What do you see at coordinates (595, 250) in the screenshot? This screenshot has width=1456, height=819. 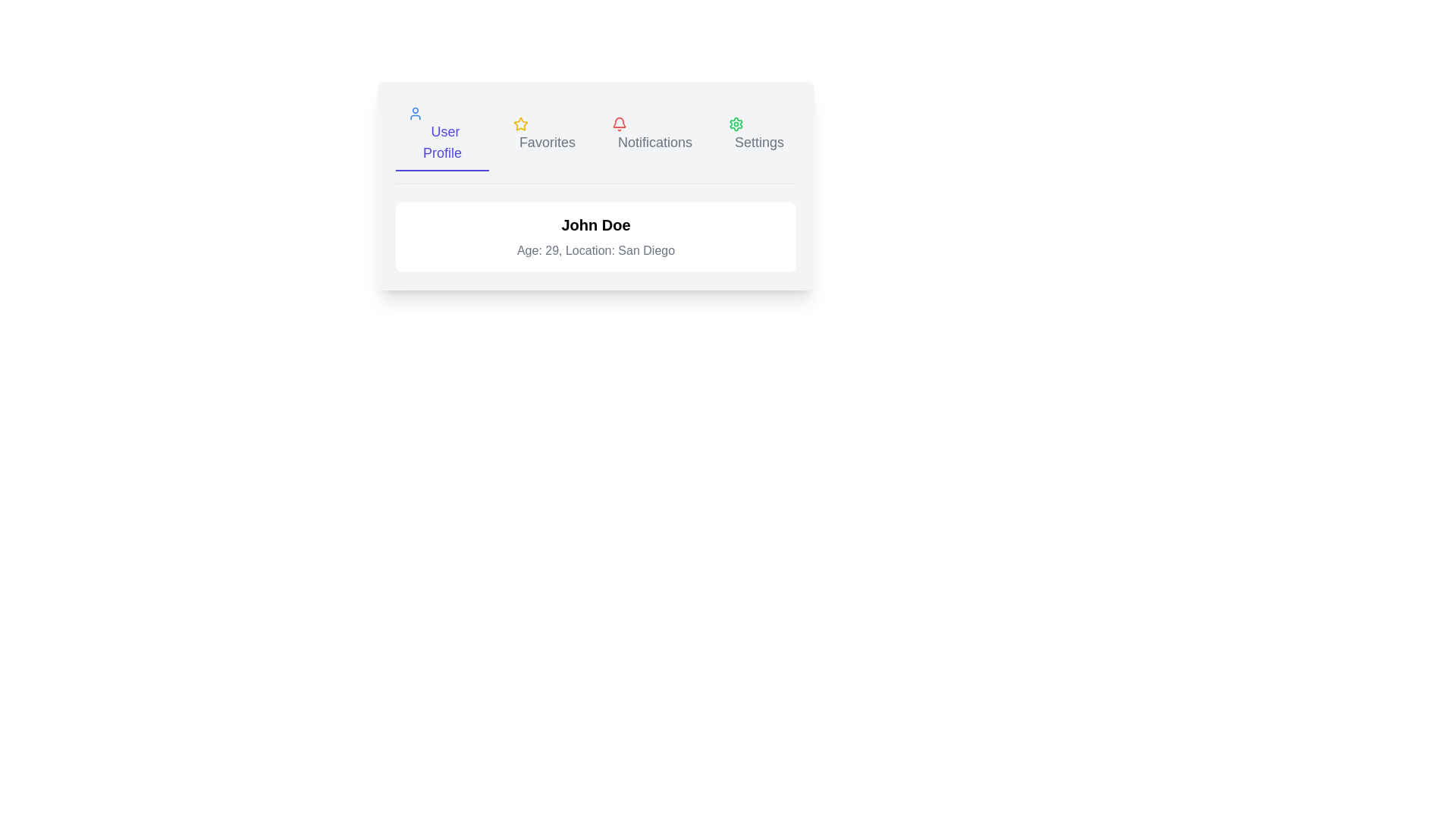 I see `the text element displaying the information 'Age: 29, Location: San Diego', which is positioned below the bold title 'John Doe' in the user profile section` at bounding box center [595, 250].